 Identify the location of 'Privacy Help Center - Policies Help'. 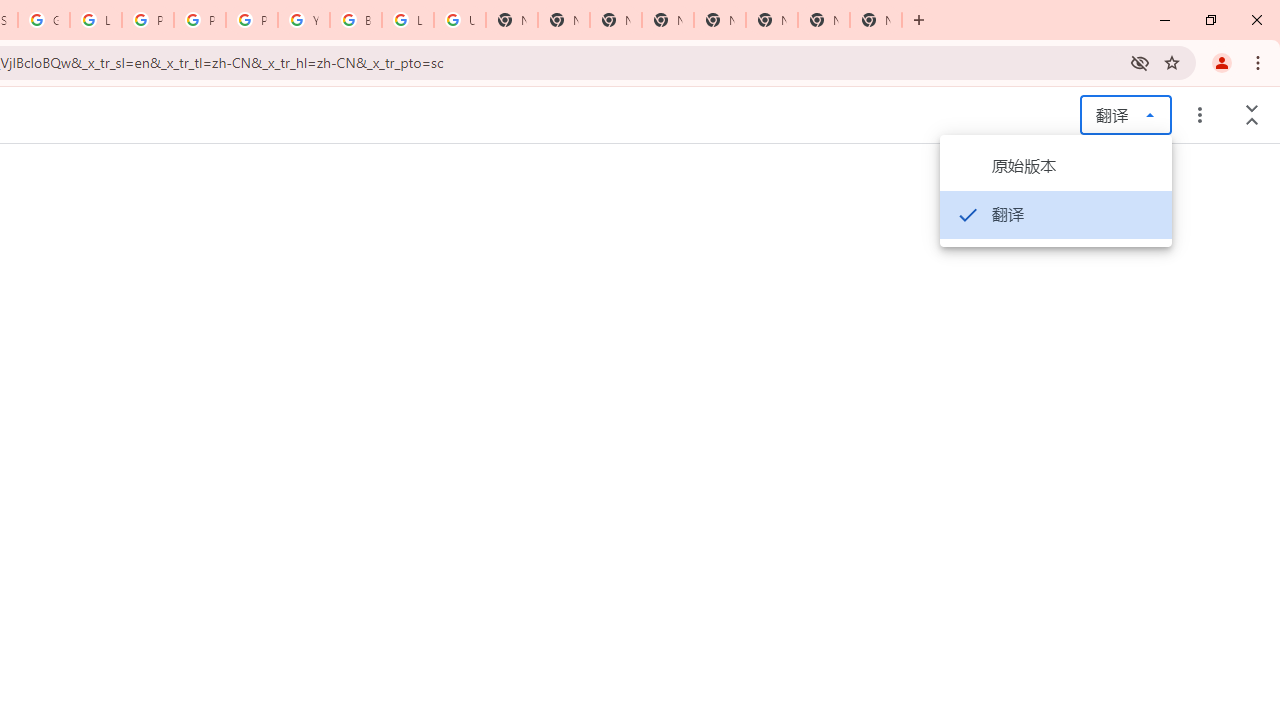
(146, 20).